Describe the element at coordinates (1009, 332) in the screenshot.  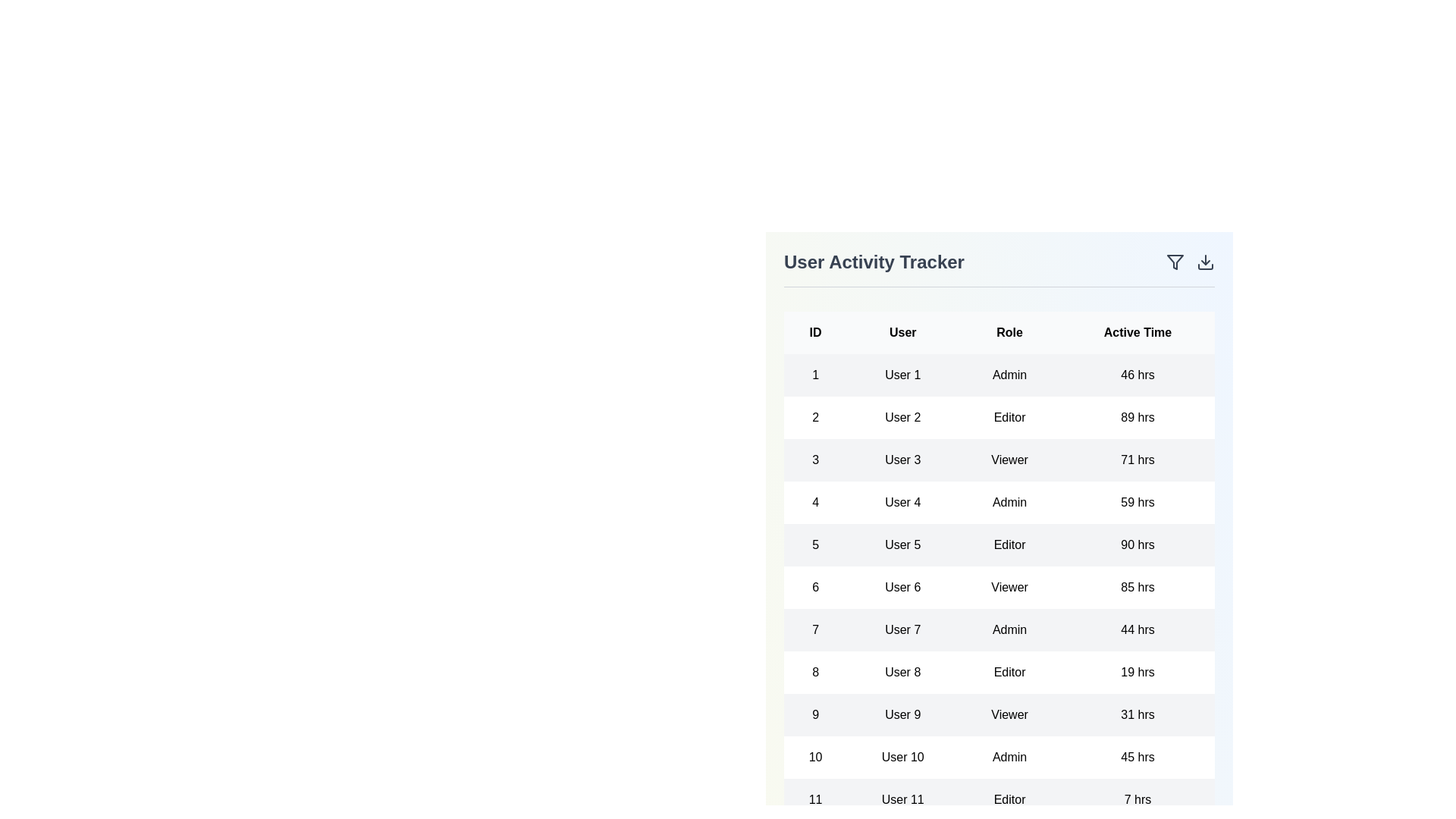
I see `the column header Role to sort the table by that column` at that location.